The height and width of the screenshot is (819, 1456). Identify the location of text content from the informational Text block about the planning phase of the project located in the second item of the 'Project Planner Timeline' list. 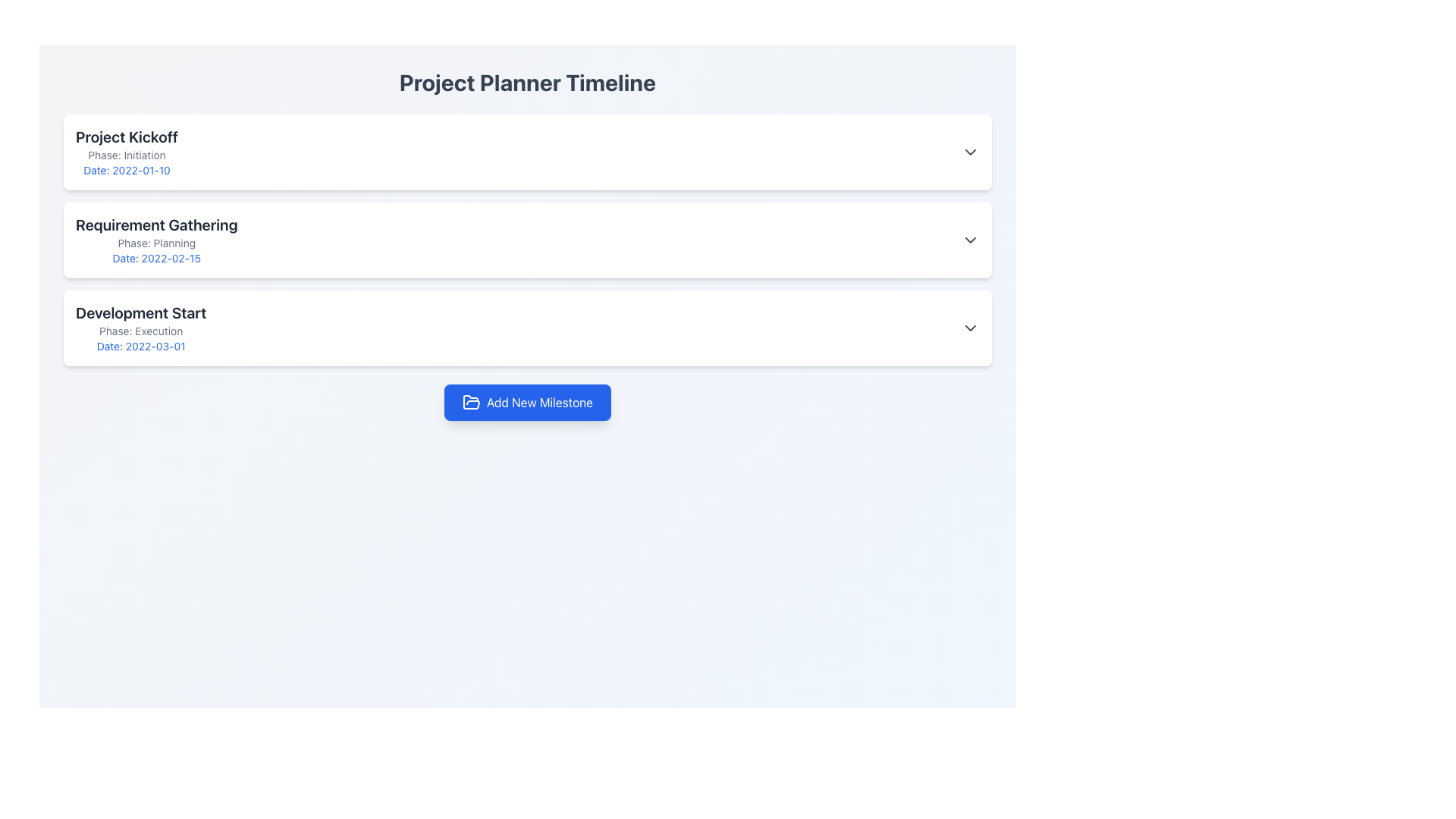
(156, 239).